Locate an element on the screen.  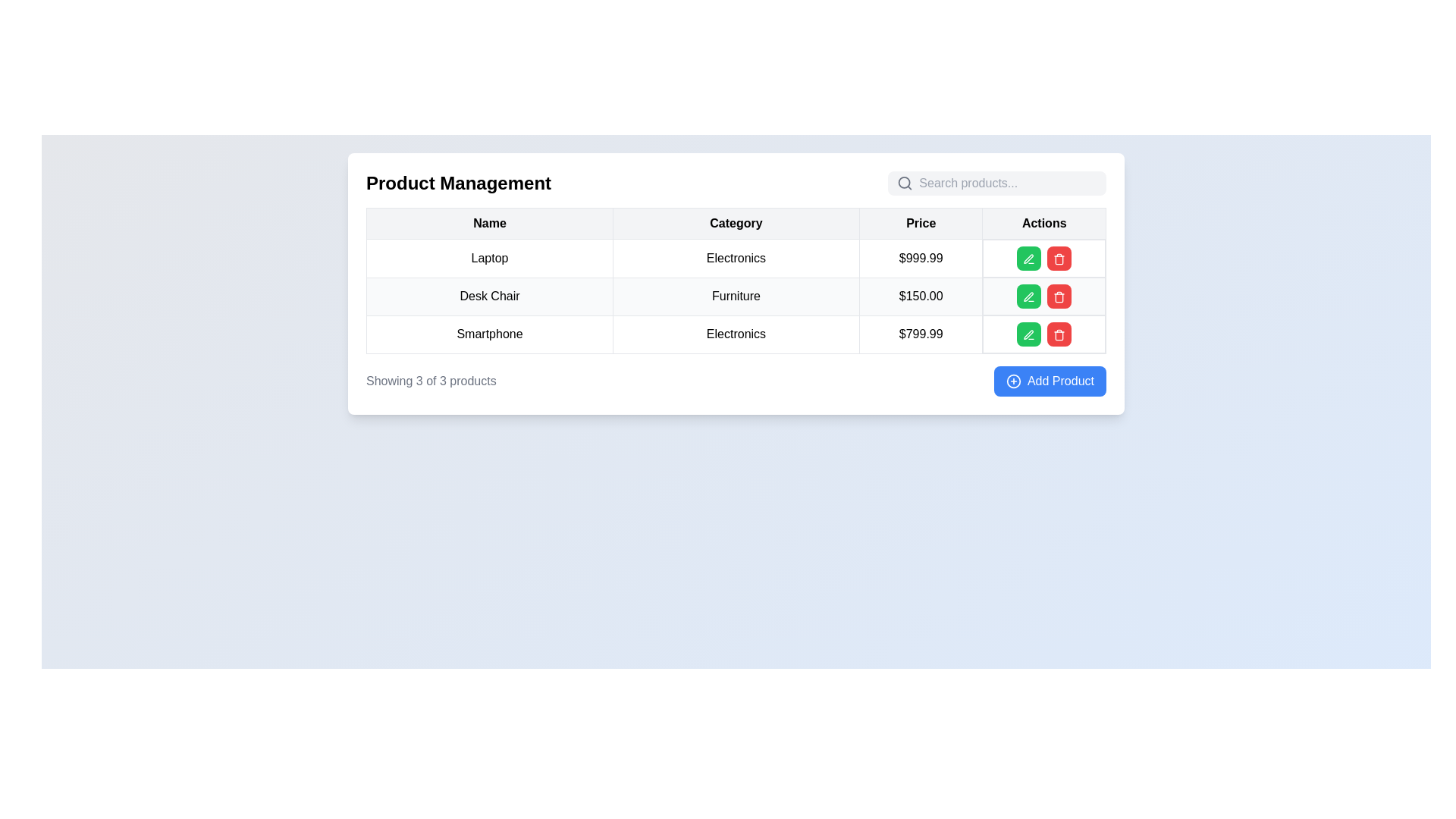
the delete icon button located in the Actions column of the table under the Electronics category to initiate the delete action is located at coordinates (1059, 334).